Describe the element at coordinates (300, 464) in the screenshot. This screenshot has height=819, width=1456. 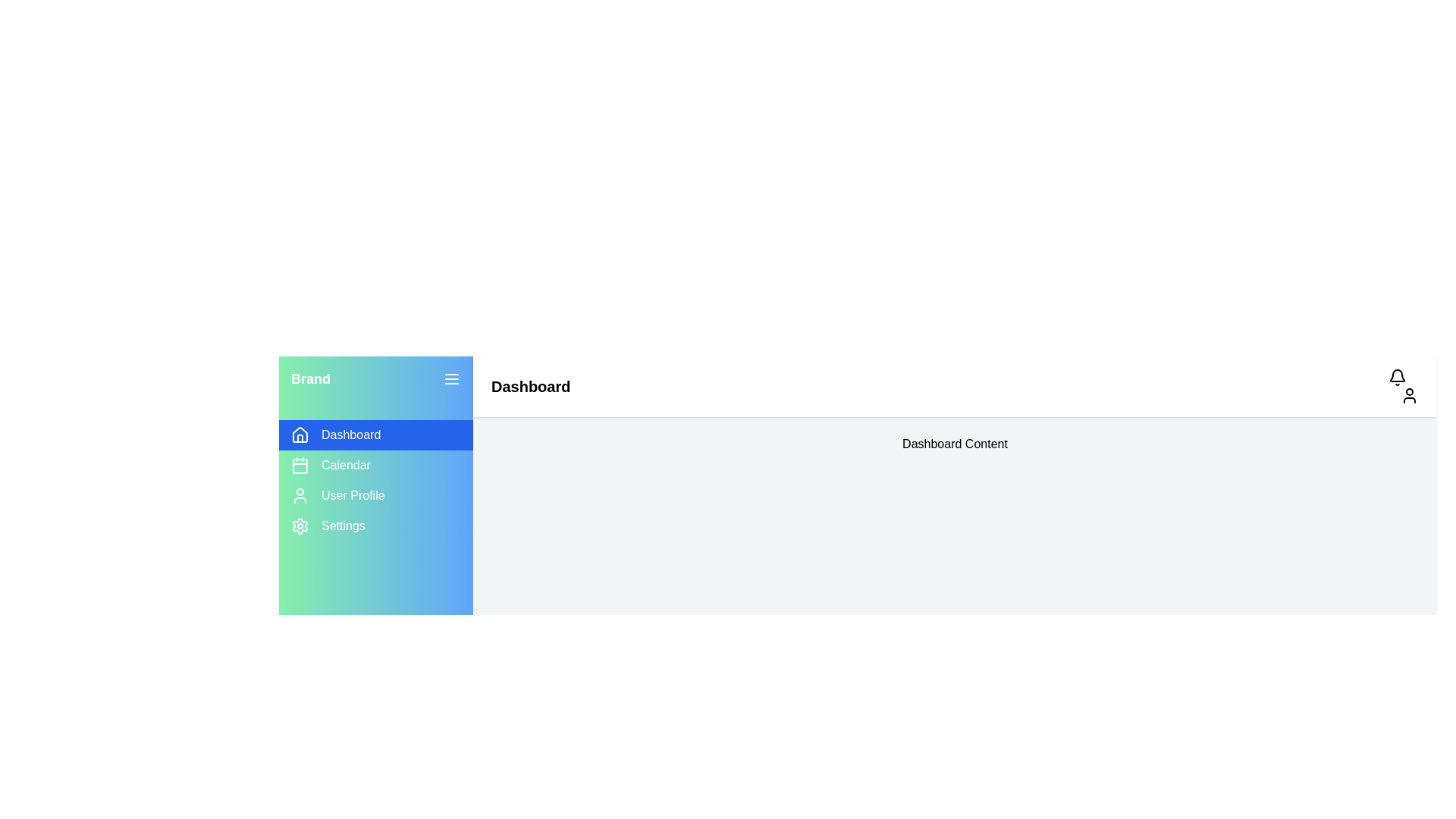
I see `the calendar icon located to the left of the 'Calendar' text in the vertical navigation menu` at that location.